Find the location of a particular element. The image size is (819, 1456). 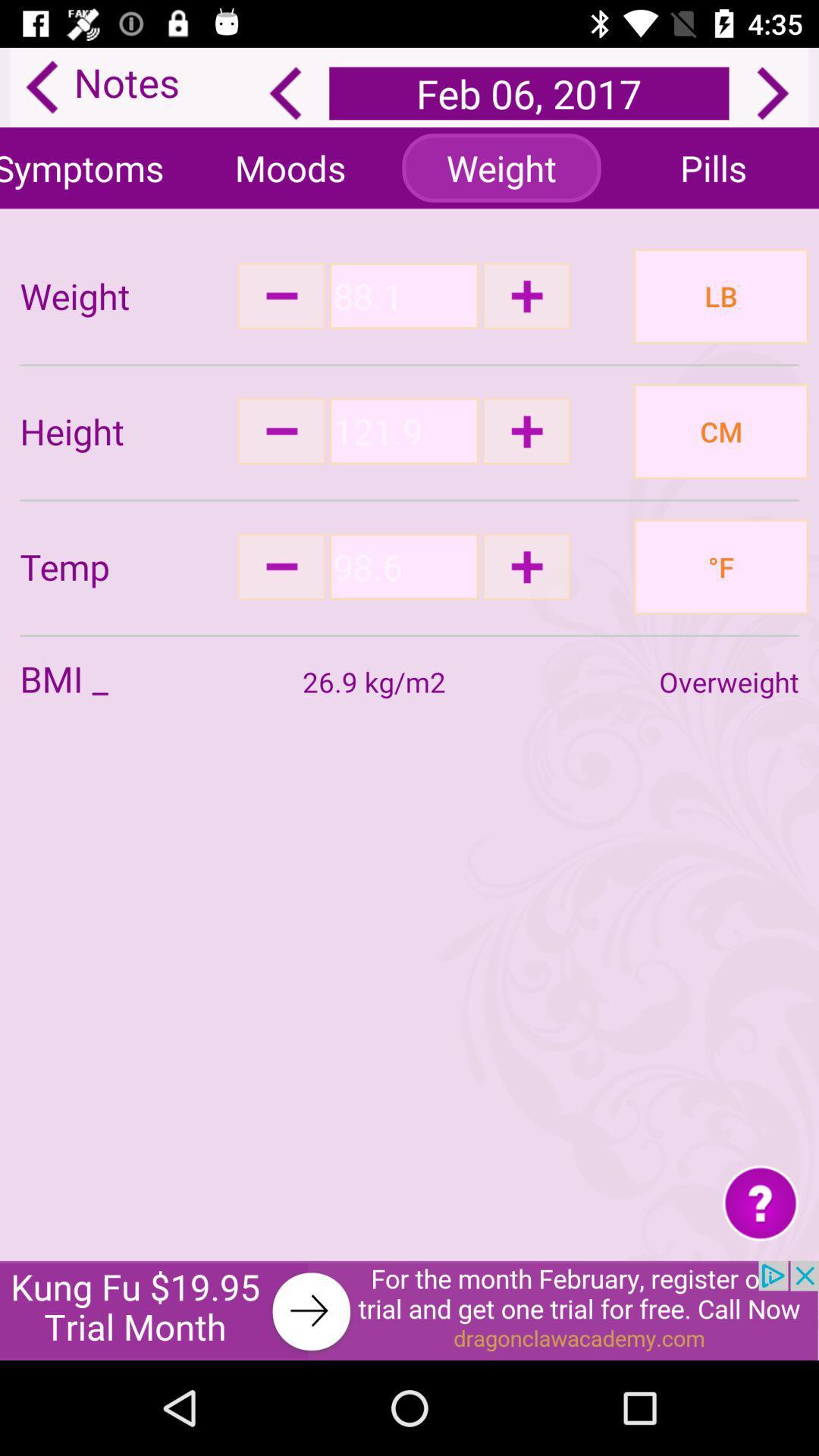

increase temp is located at coordinates (526, 566).